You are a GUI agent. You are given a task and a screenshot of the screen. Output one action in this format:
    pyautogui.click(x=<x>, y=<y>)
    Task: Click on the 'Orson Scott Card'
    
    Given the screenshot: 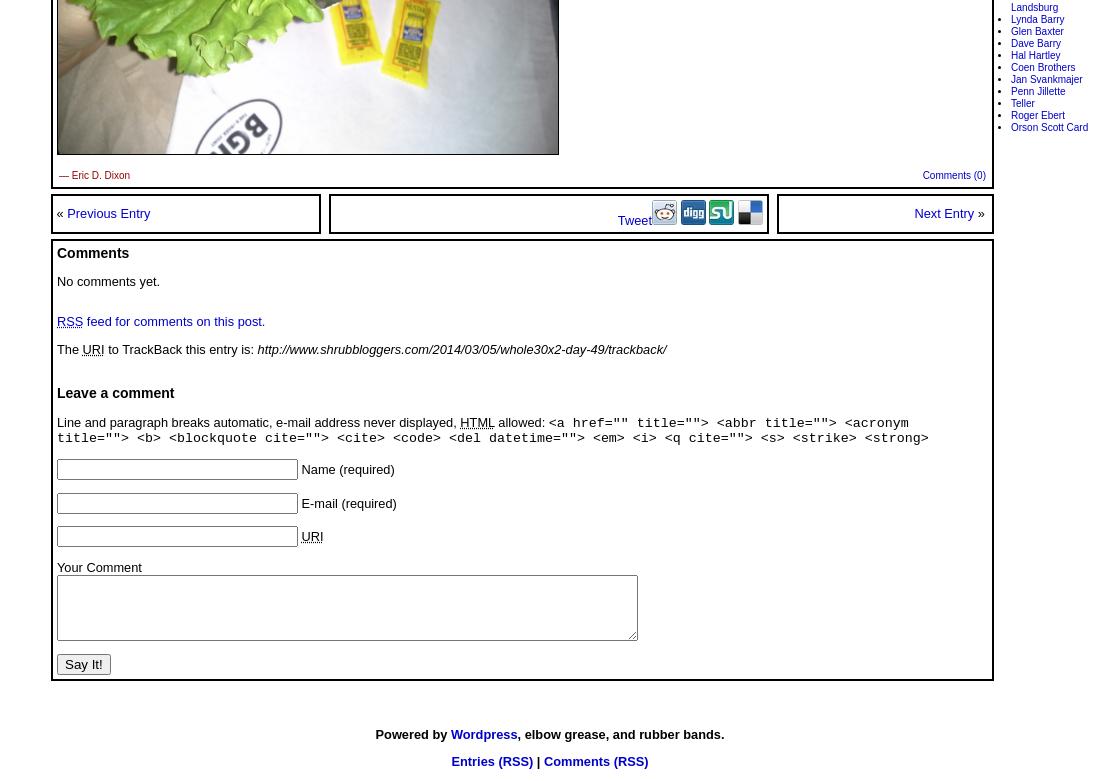 What is the action you would take?
    pyautogui.click(x=1049, y=127)
    